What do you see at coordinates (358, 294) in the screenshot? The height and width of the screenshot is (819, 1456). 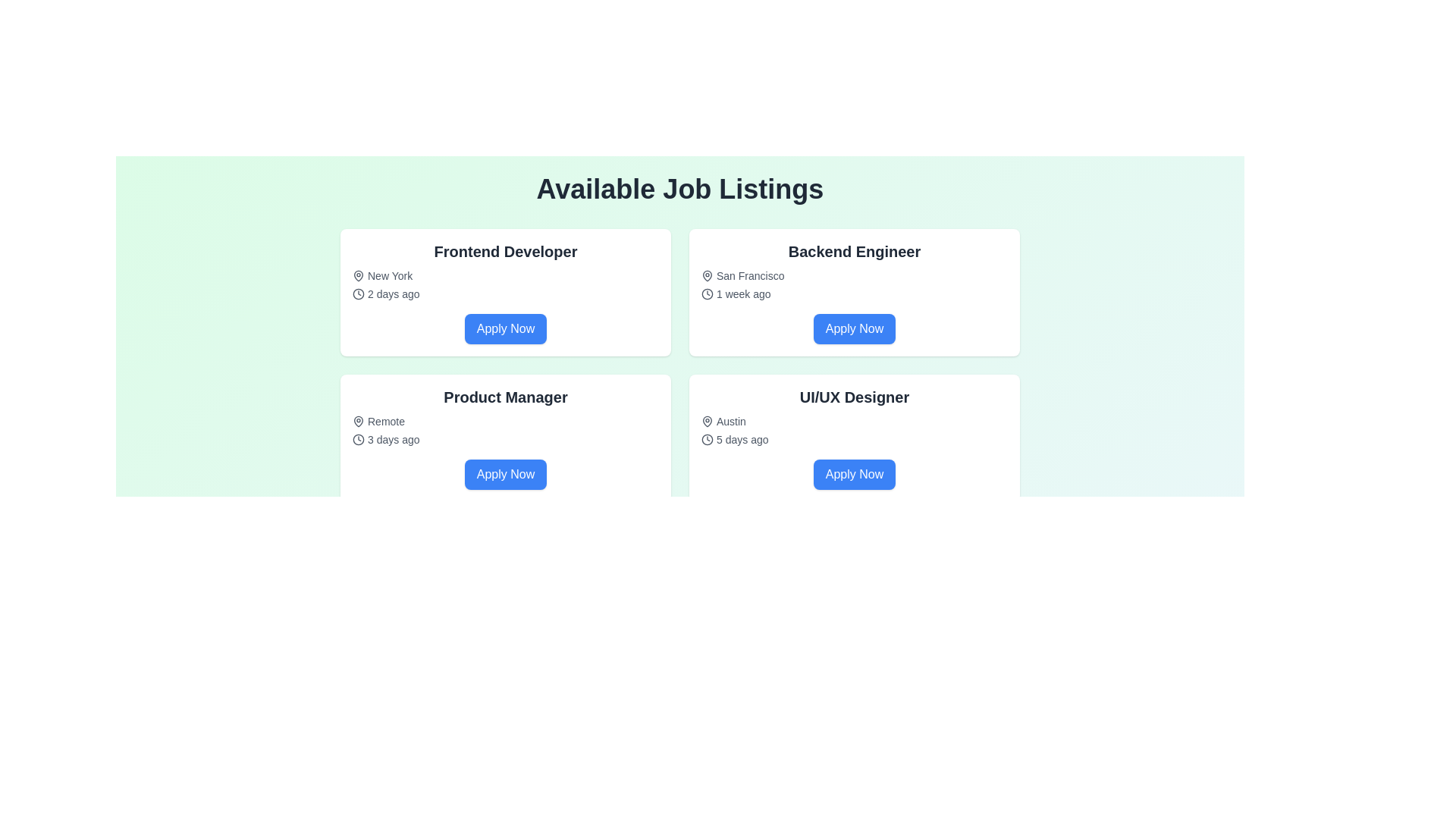 I see `the clock icon located to the left of the text '2 days ago' under the 'Frontend Developer' section in the job card to understand its meaning` at bounding box center [358, 294].